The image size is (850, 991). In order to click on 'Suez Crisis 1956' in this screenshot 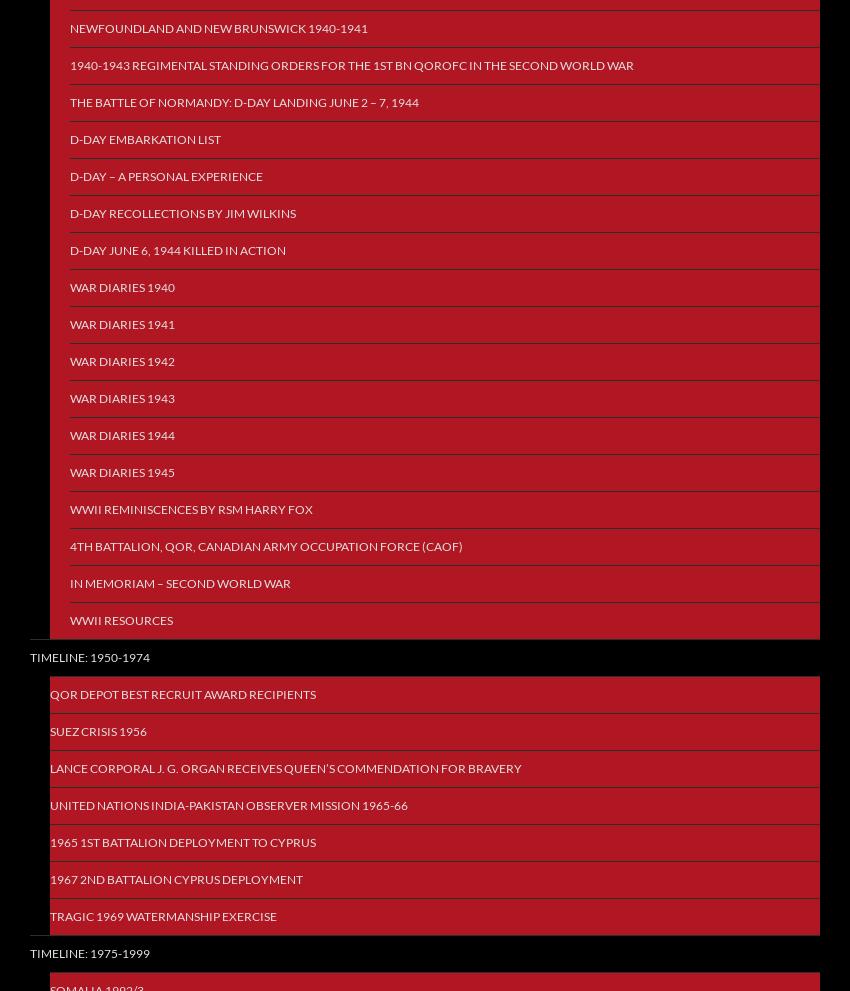, I will do `click(97, 730)`.